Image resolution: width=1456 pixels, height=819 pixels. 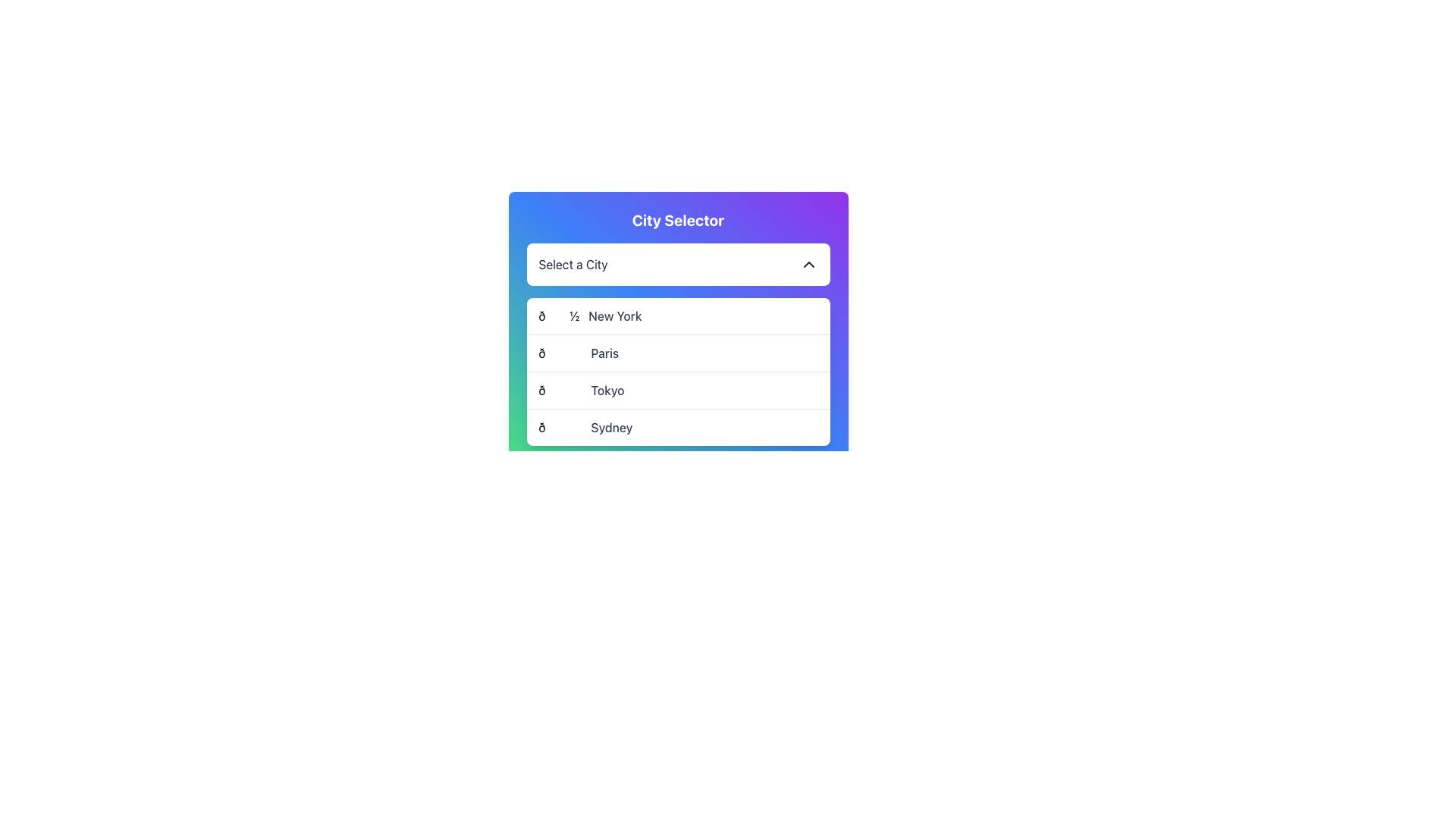 What do you see at coordinates (677, 263) in the screenshot?
I see `the dropdown menu trigger located under the 'City Selector' title` at bounding box center [677, 263].